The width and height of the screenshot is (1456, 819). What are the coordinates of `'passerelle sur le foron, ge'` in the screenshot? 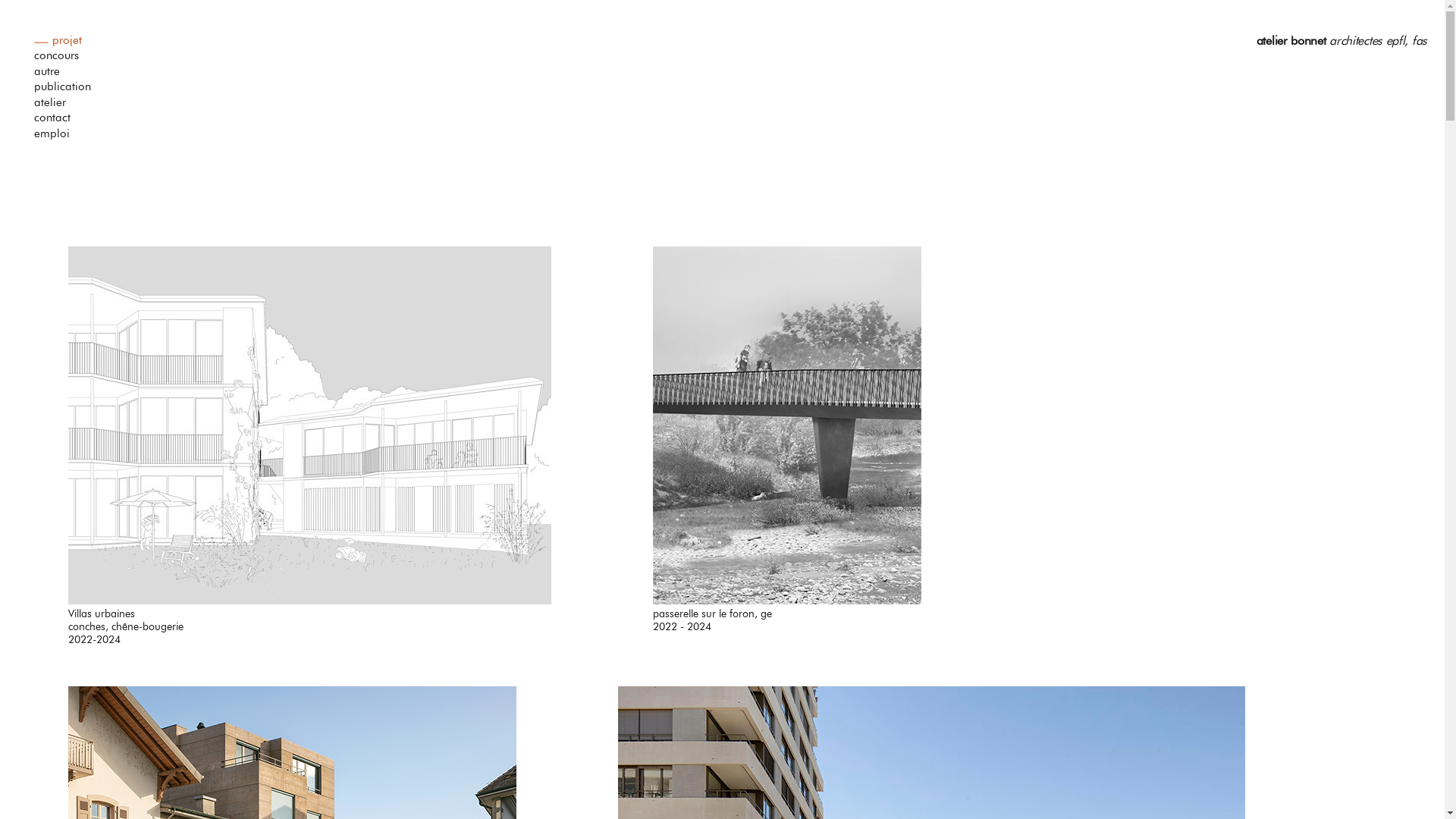 It's located at (786, 611).